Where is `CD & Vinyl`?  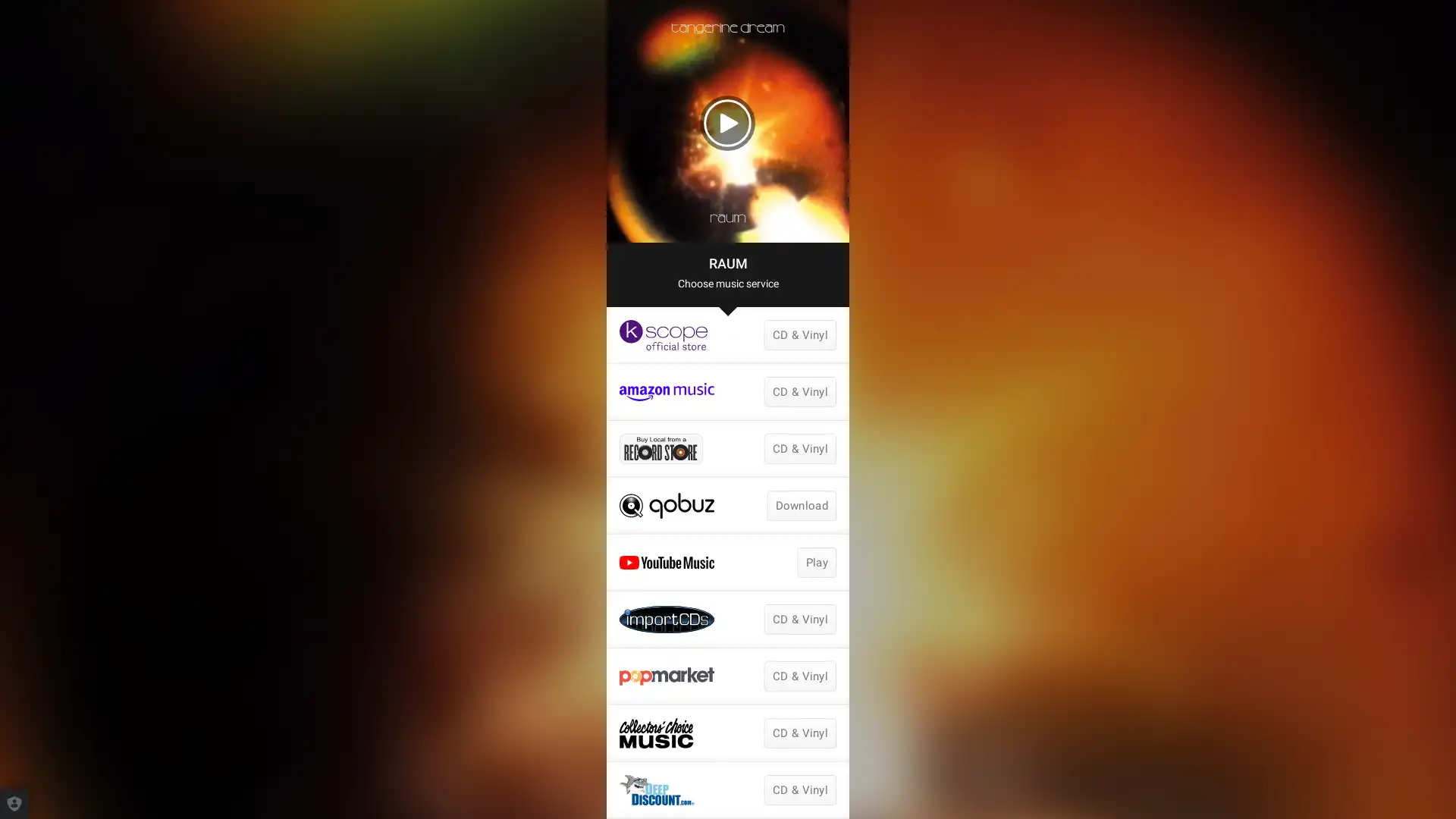
CD & Vinyl is located at coordinates (799, 447).